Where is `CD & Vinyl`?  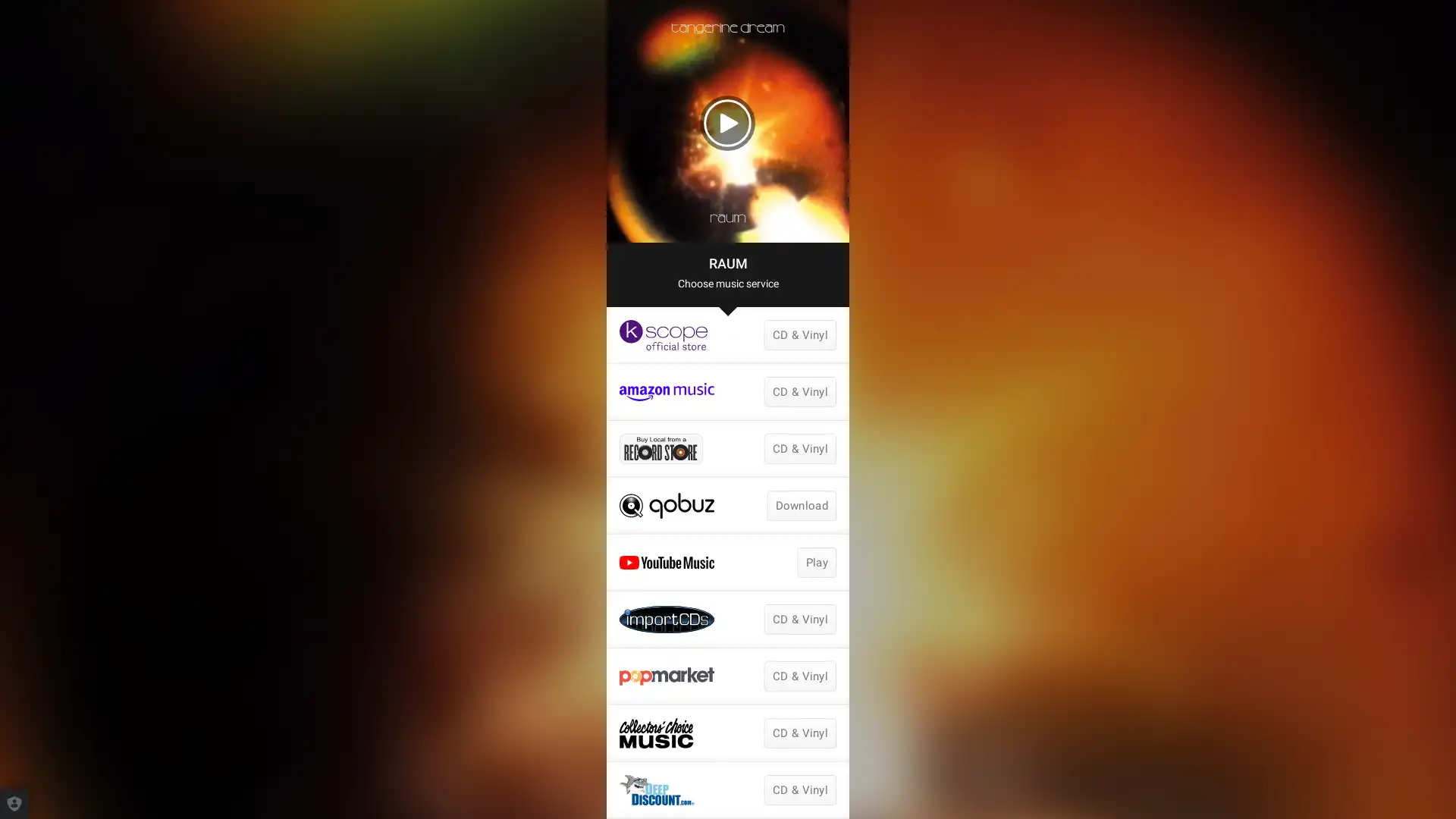
CD & Vinyl is located at coordinates (799, 447).